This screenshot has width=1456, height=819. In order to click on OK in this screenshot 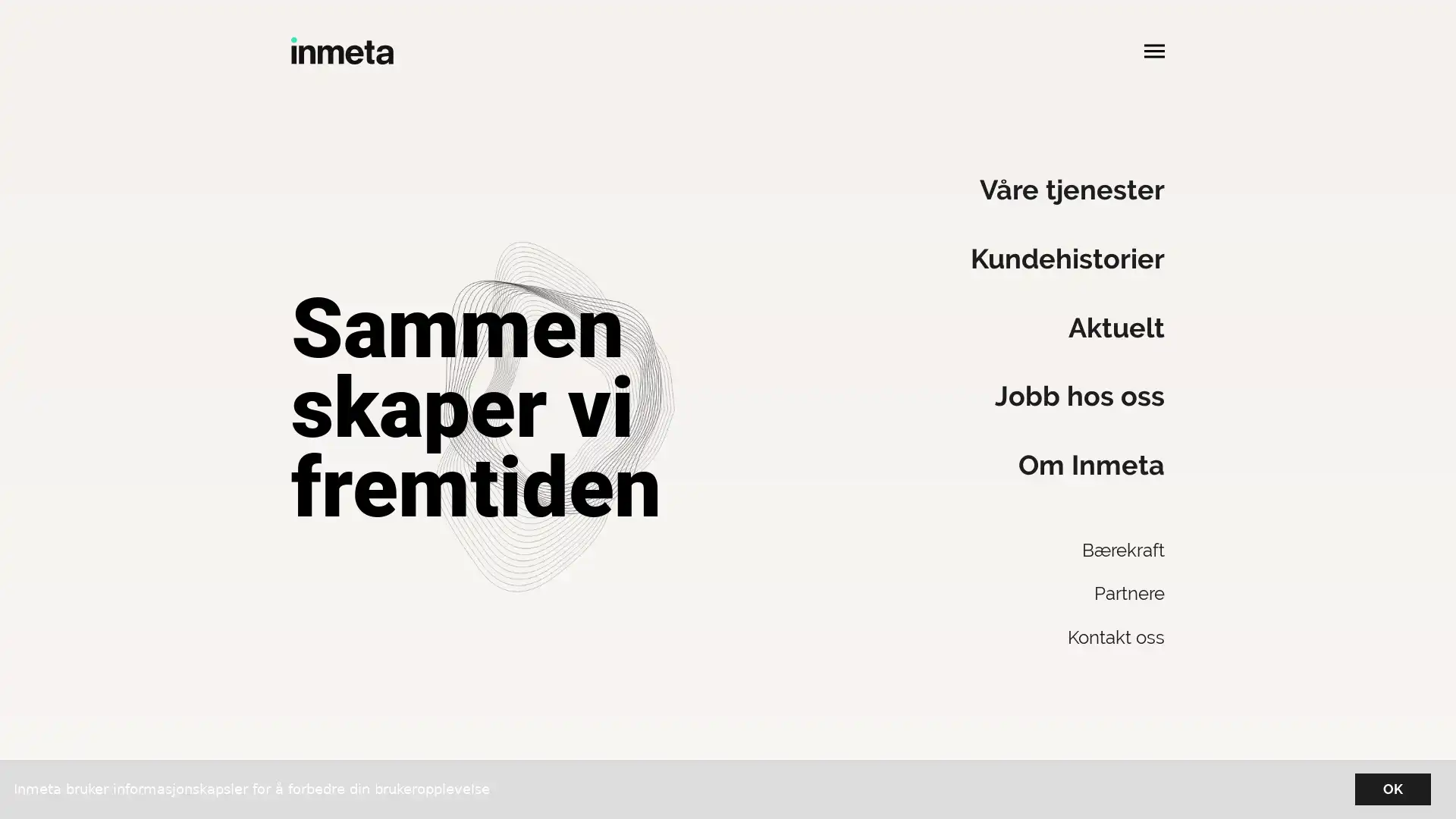, I will do `click(1393, 788)`.